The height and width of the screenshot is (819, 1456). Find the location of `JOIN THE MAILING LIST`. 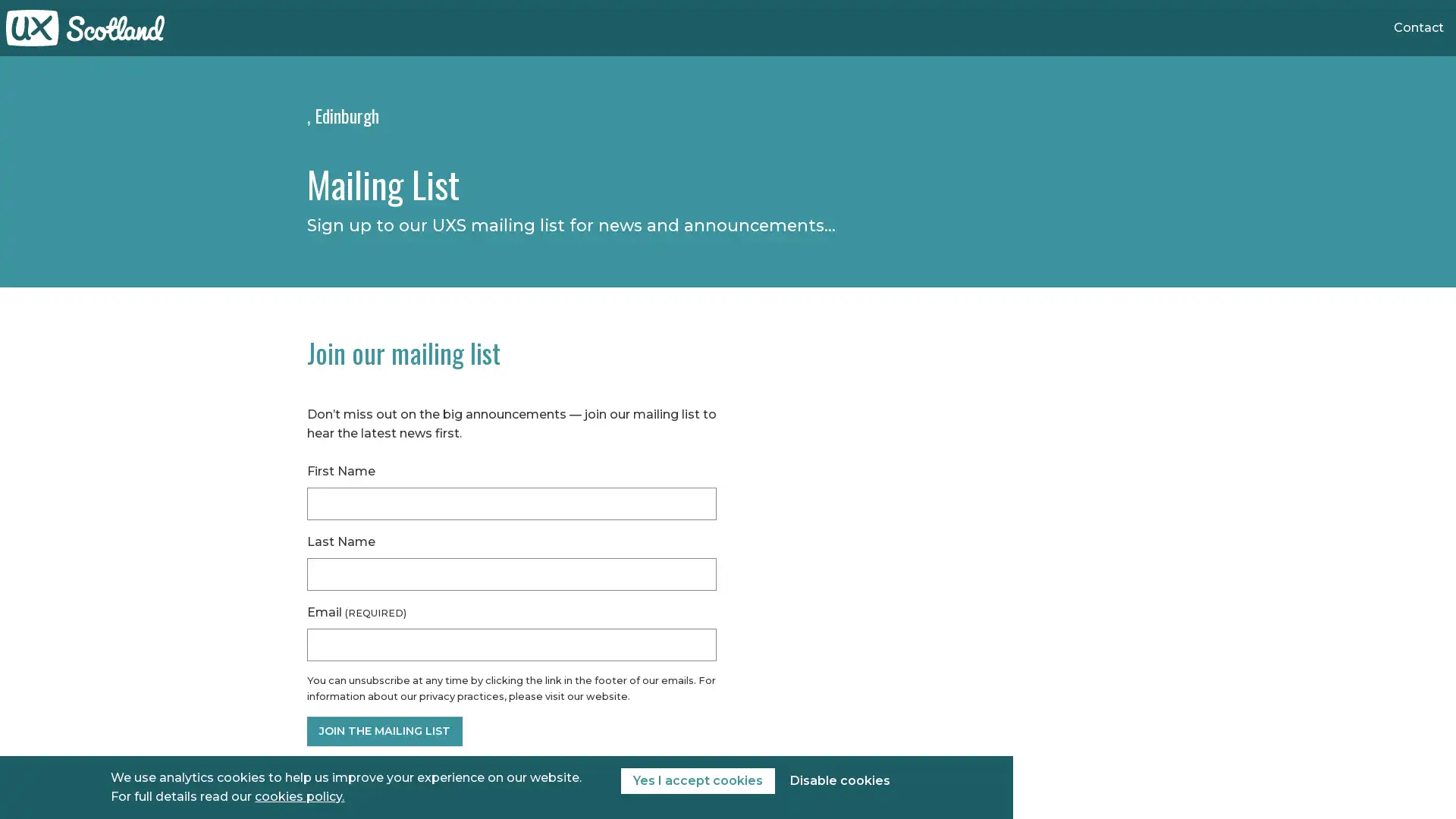

JOIN THE MAILING LIST is located at coordinates (384, 730).